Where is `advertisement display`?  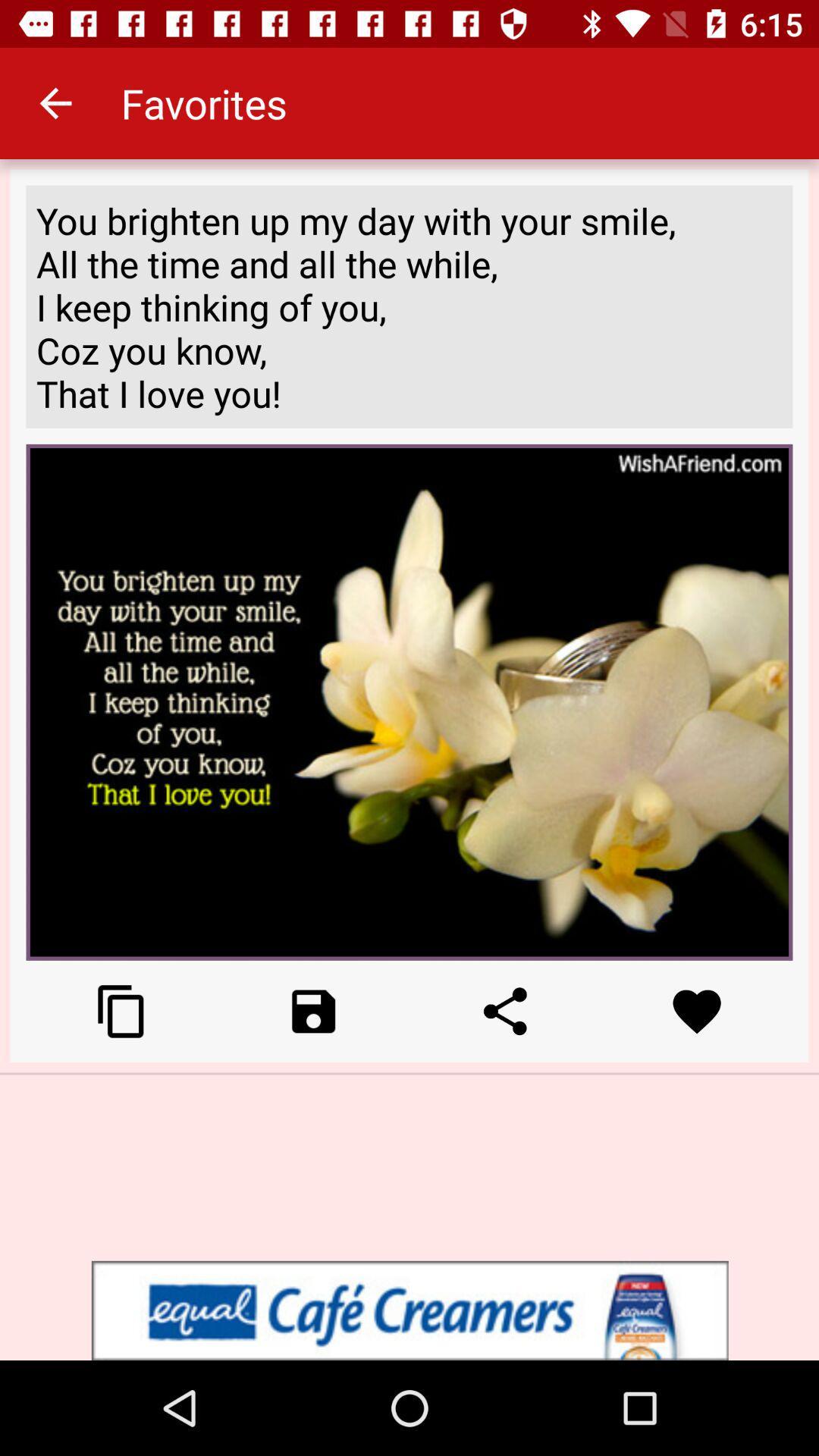 advertisement display is located at coordinates (409, 1310).